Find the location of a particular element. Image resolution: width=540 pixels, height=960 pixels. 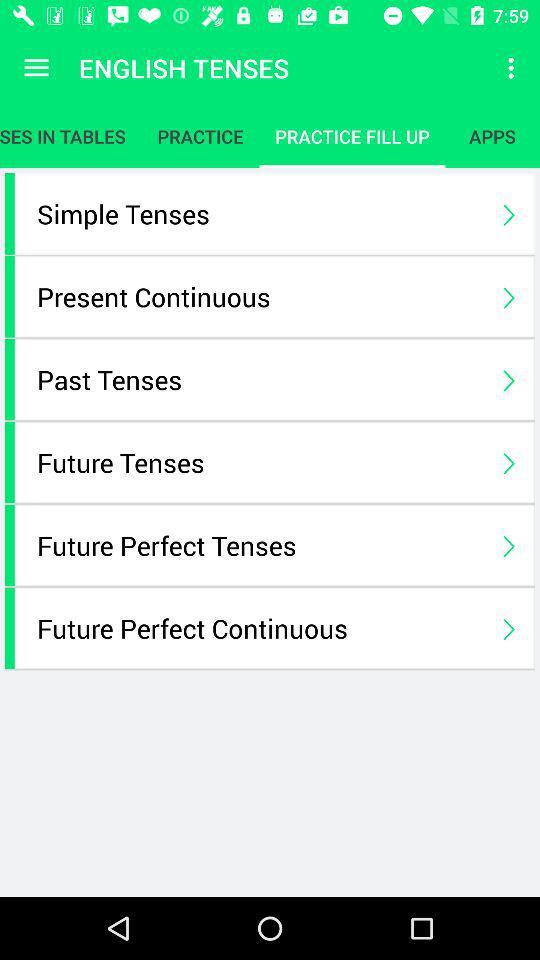

arrow which is next to future tenses is located at coordinates (508, 462).